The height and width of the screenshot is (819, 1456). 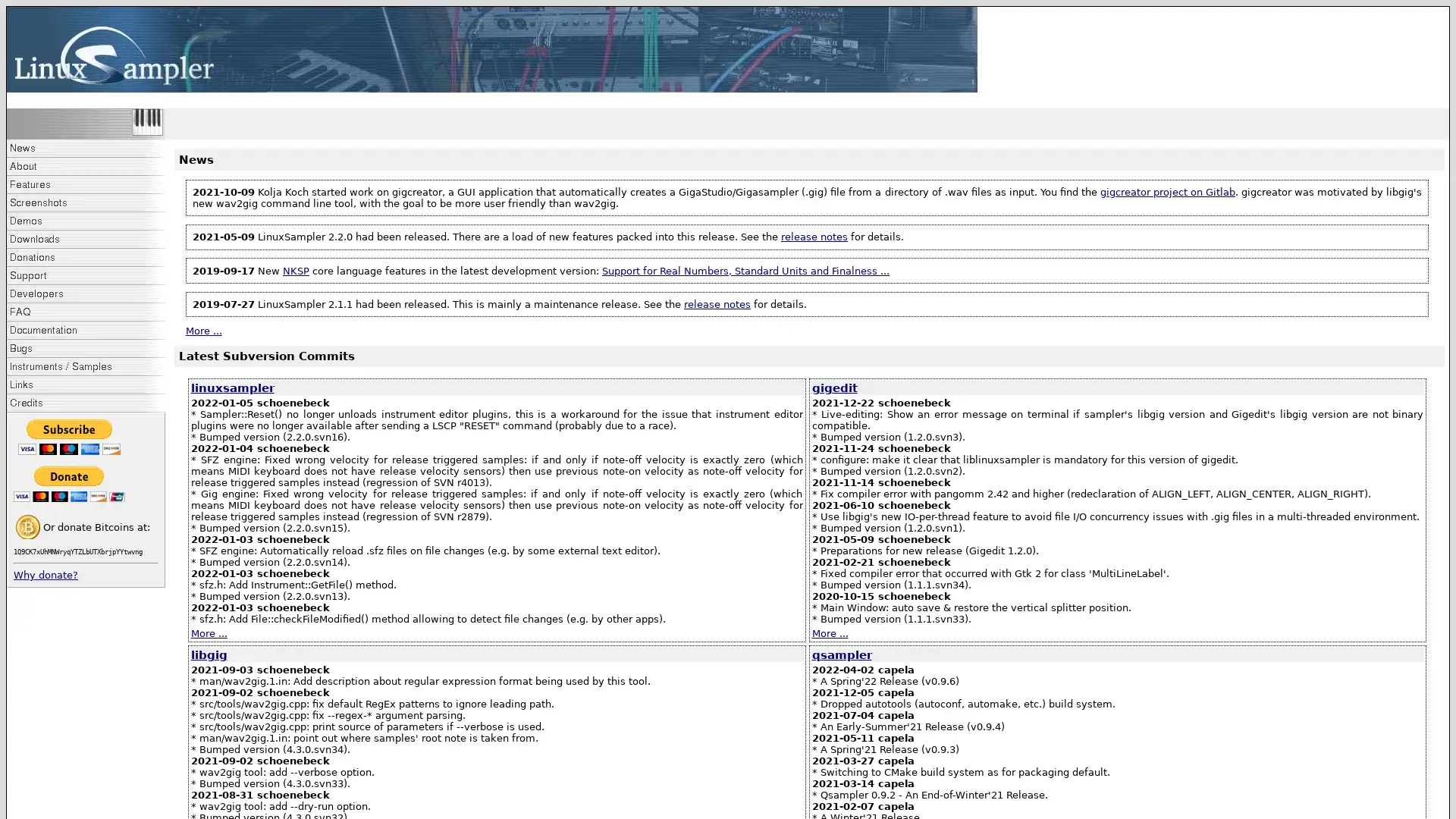 I want to click on PayPal - The safer, easier way to pay online!, so click(x=67, y=483).